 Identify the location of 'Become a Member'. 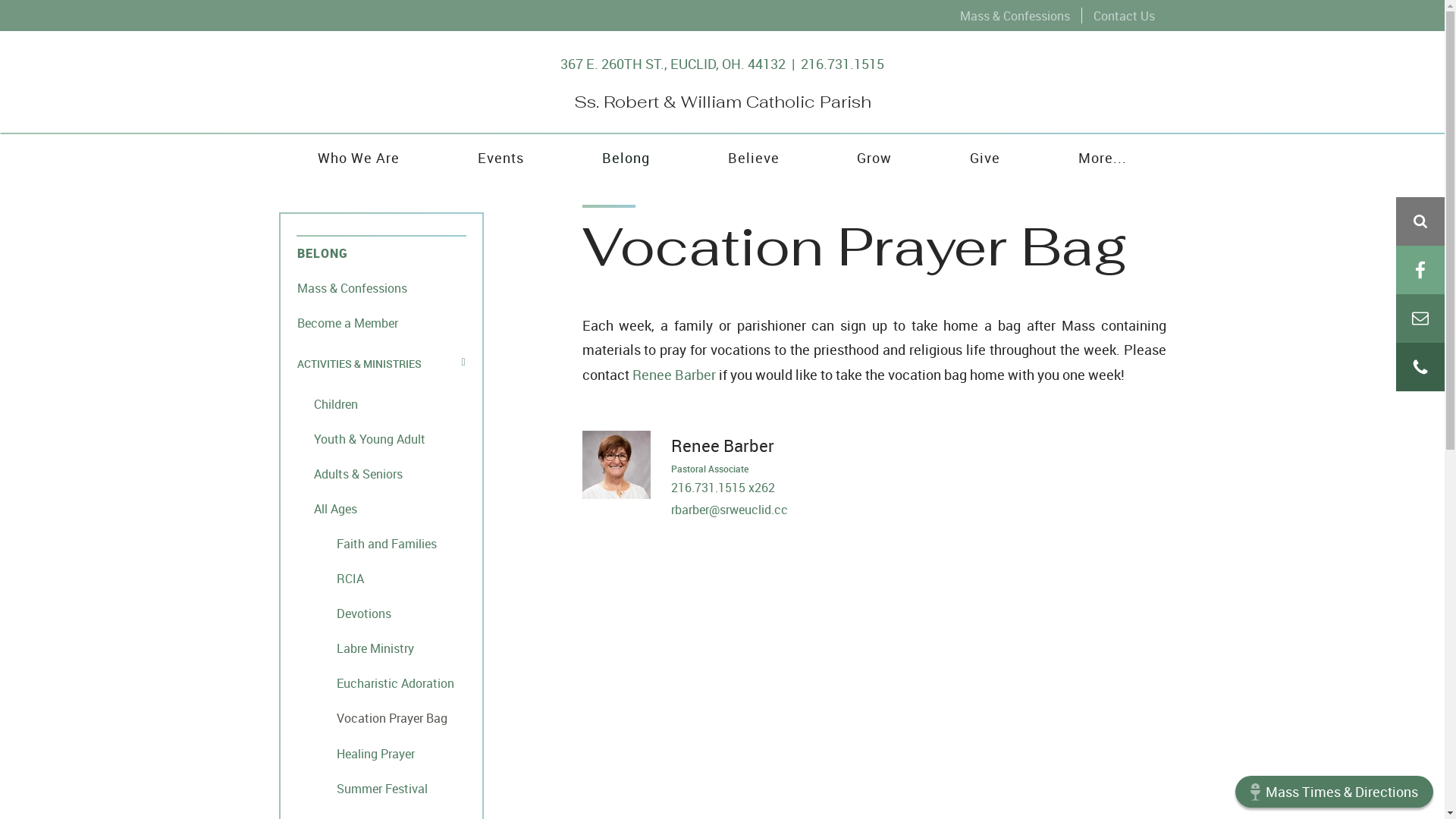
(381, 321).